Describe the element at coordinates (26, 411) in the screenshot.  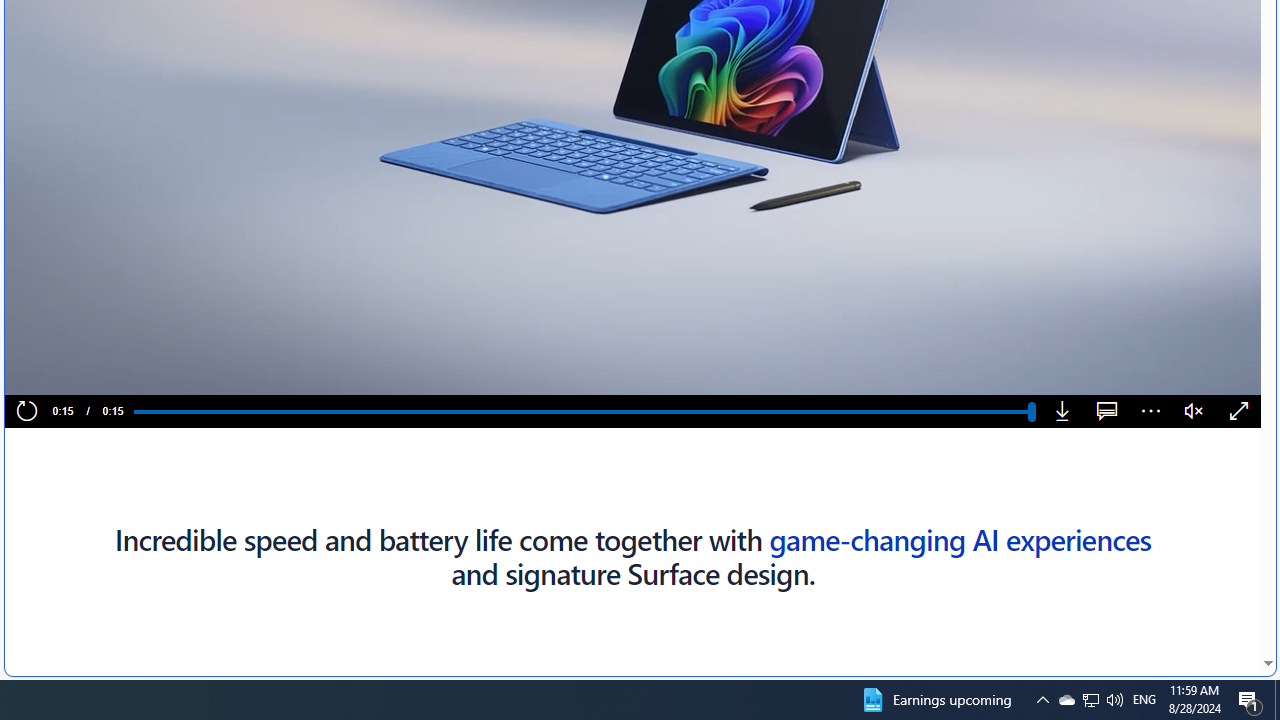
I see `'Replay'` at that location.